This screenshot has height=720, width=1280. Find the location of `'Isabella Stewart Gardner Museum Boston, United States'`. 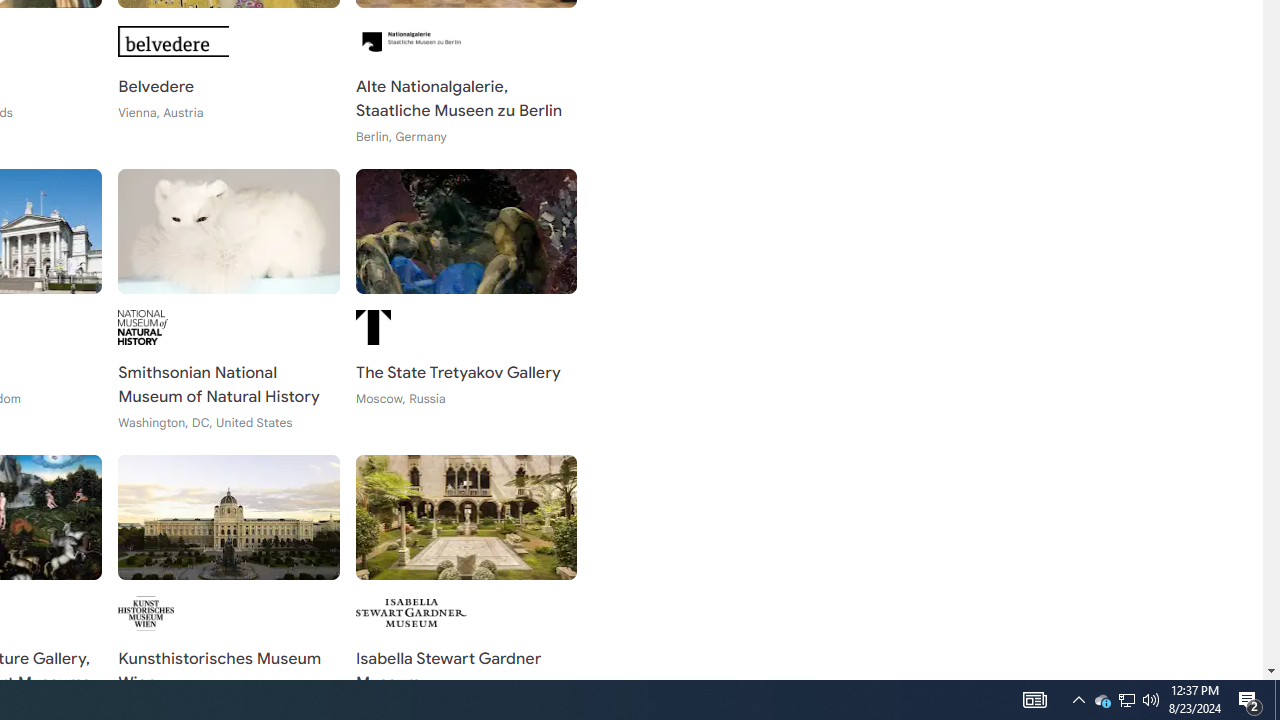

'Isabella Stewart Gardner Museum Boston, United States' is located at coordinates (465, 585).